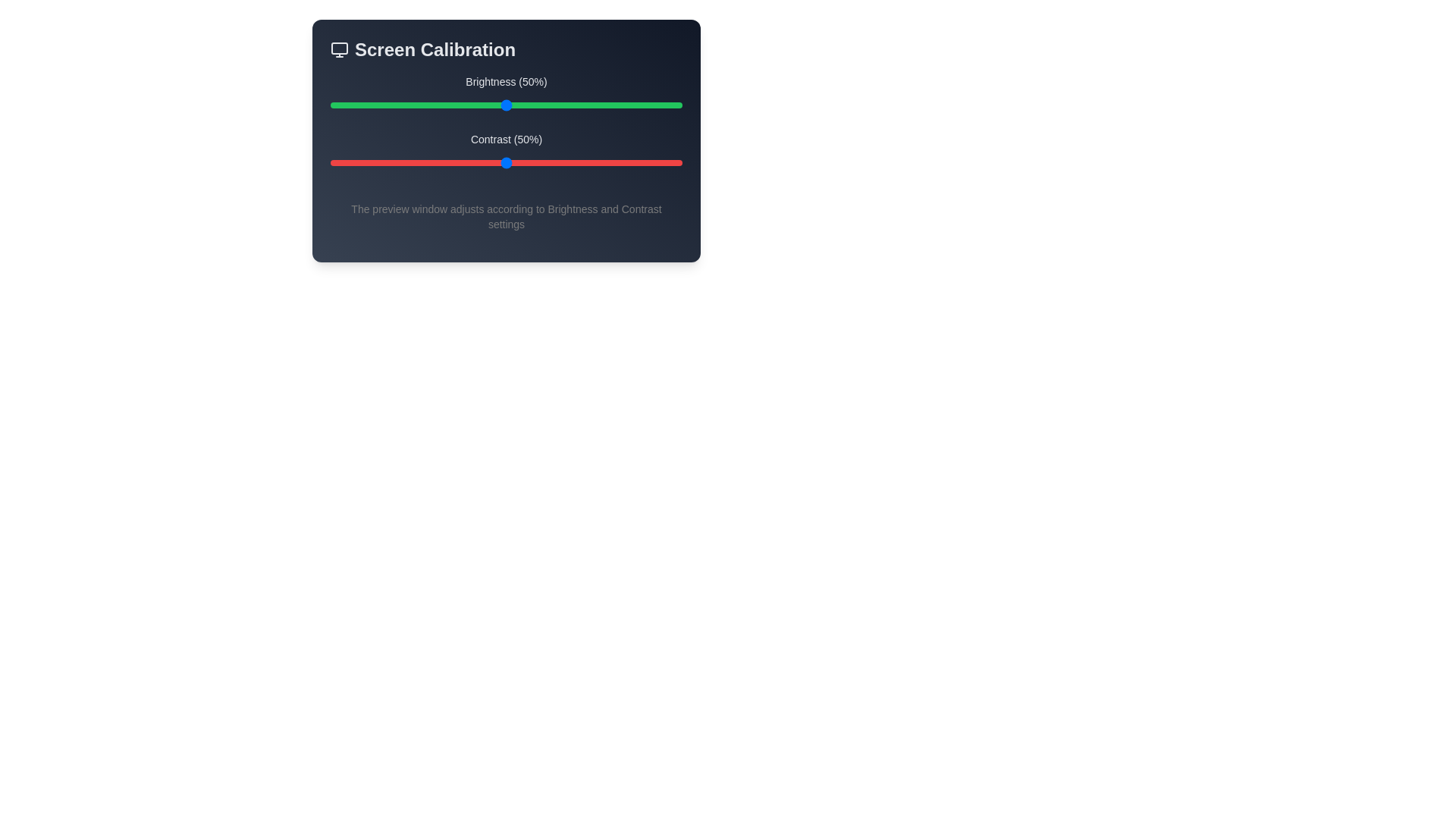 Image resolution: width=1456 pixels, height=819 pixels. What do you see at coordinates (597, 163) in the screenshot?
I see `the contrast slider to 76%` at bounding box center [597, 163].